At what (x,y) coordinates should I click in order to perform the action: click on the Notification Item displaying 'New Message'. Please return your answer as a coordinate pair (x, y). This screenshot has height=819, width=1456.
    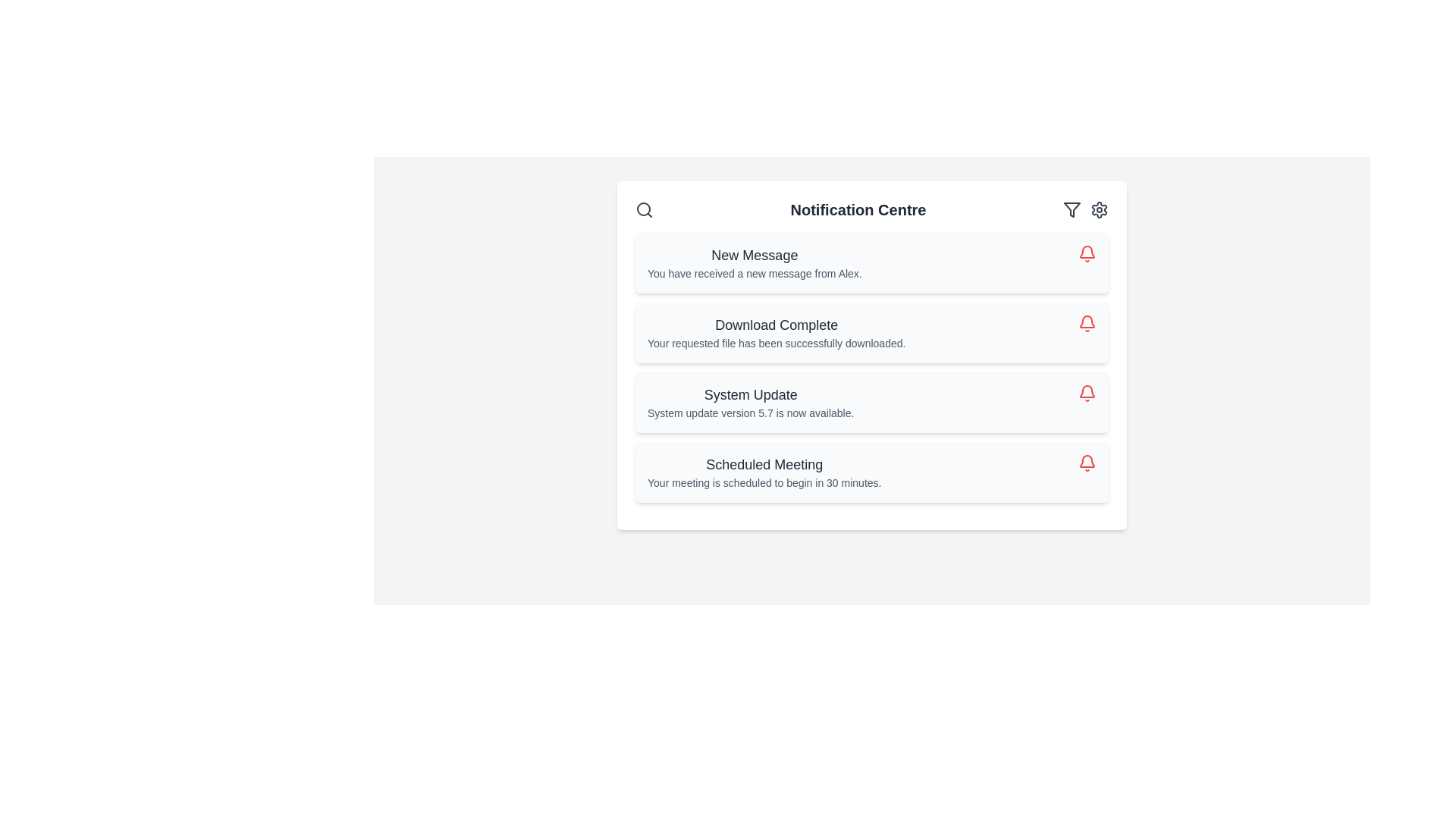
    Looking at the image, I should click on (755, 262).